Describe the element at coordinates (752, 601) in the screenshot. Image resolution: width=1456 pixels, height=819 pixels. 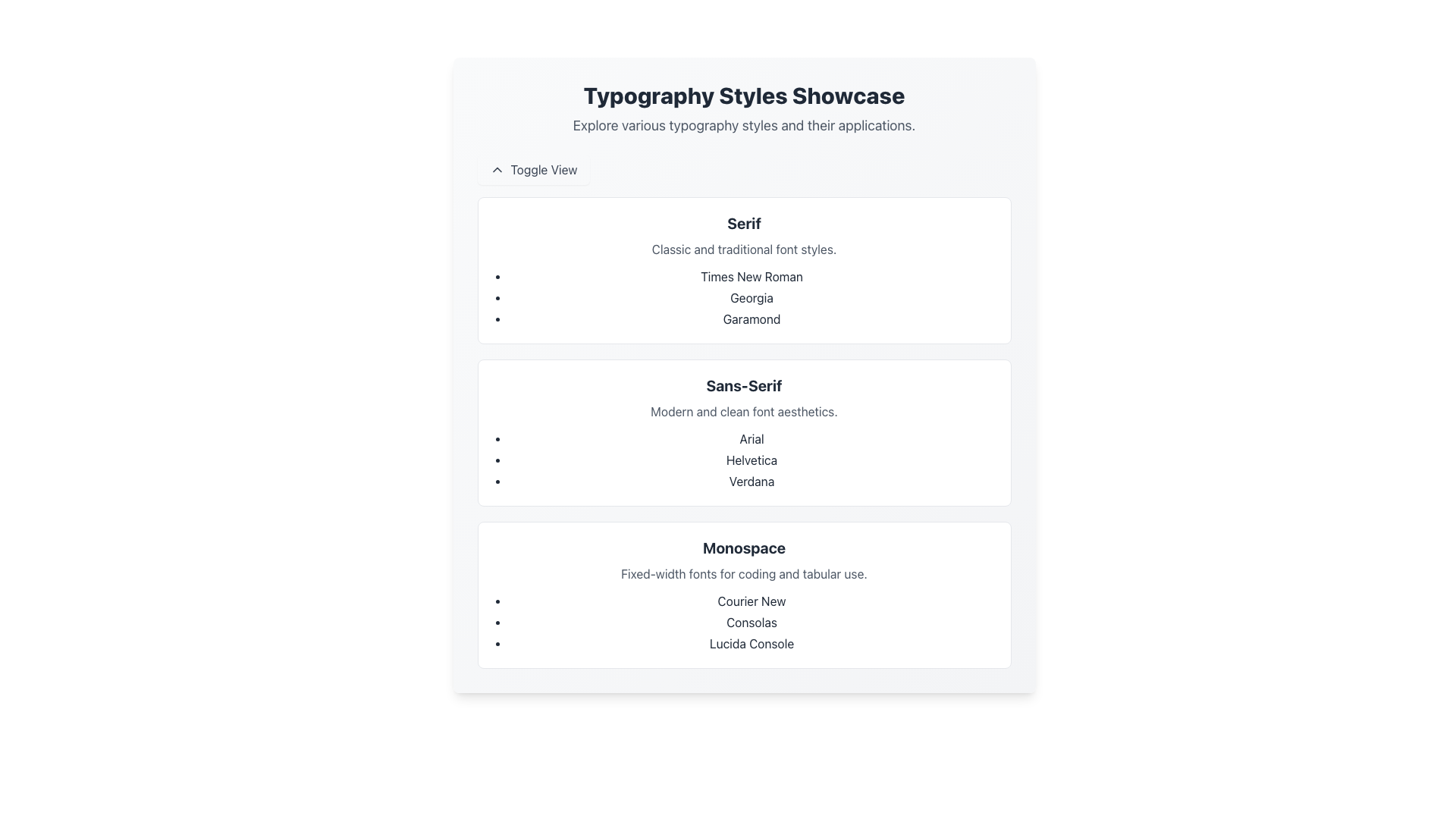
I see `the first item in the bulleted list under the 'Monospace' section, which indicates the 'Courier New' font option` at that location.